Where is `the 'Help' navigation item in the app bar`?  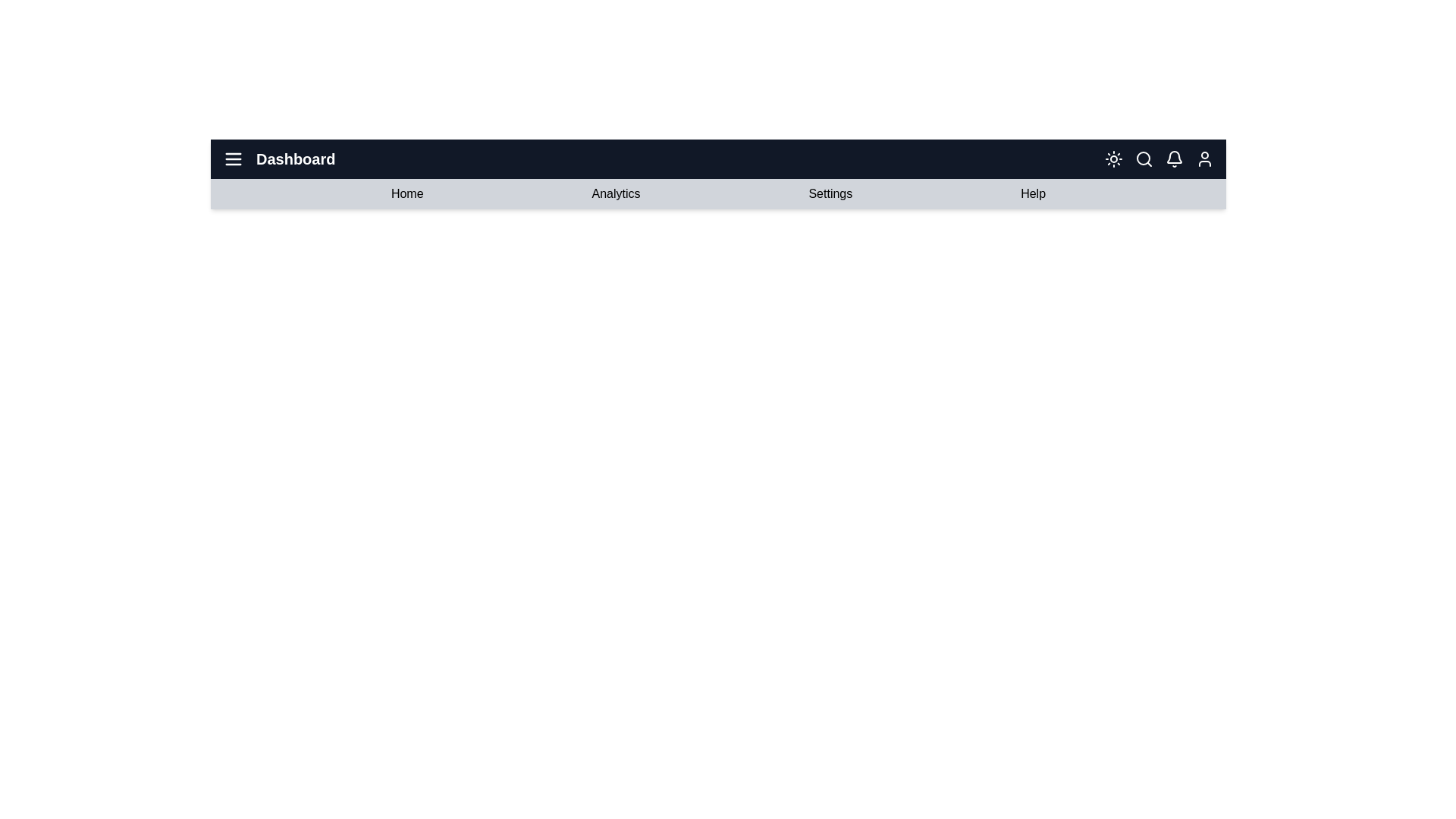
the 'Help' navigation item in the app bar is located at coordinates (1032, 193).